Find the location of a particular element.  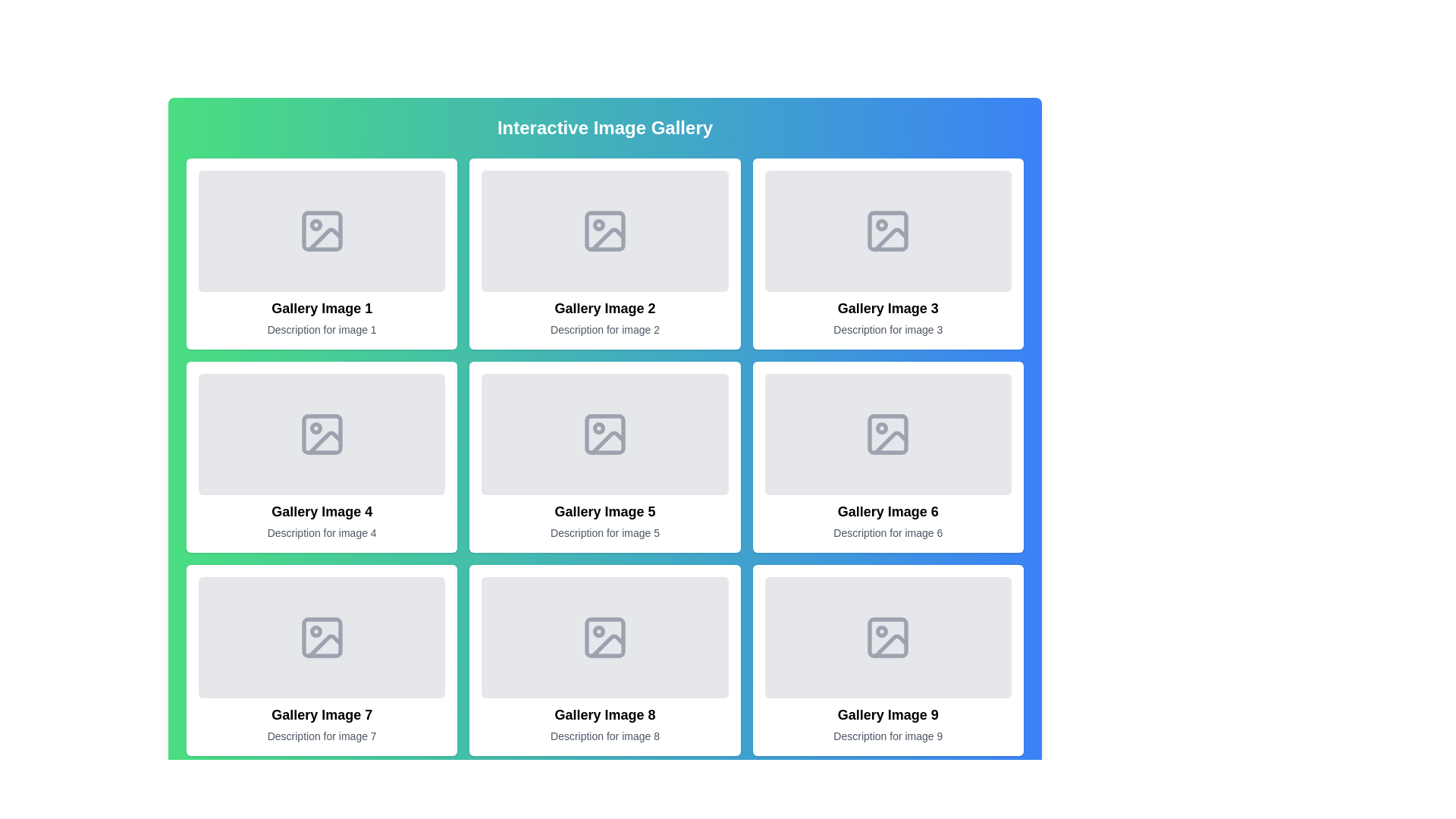

the gray background rectangle of the image icon is located at coordinates (321, 435).